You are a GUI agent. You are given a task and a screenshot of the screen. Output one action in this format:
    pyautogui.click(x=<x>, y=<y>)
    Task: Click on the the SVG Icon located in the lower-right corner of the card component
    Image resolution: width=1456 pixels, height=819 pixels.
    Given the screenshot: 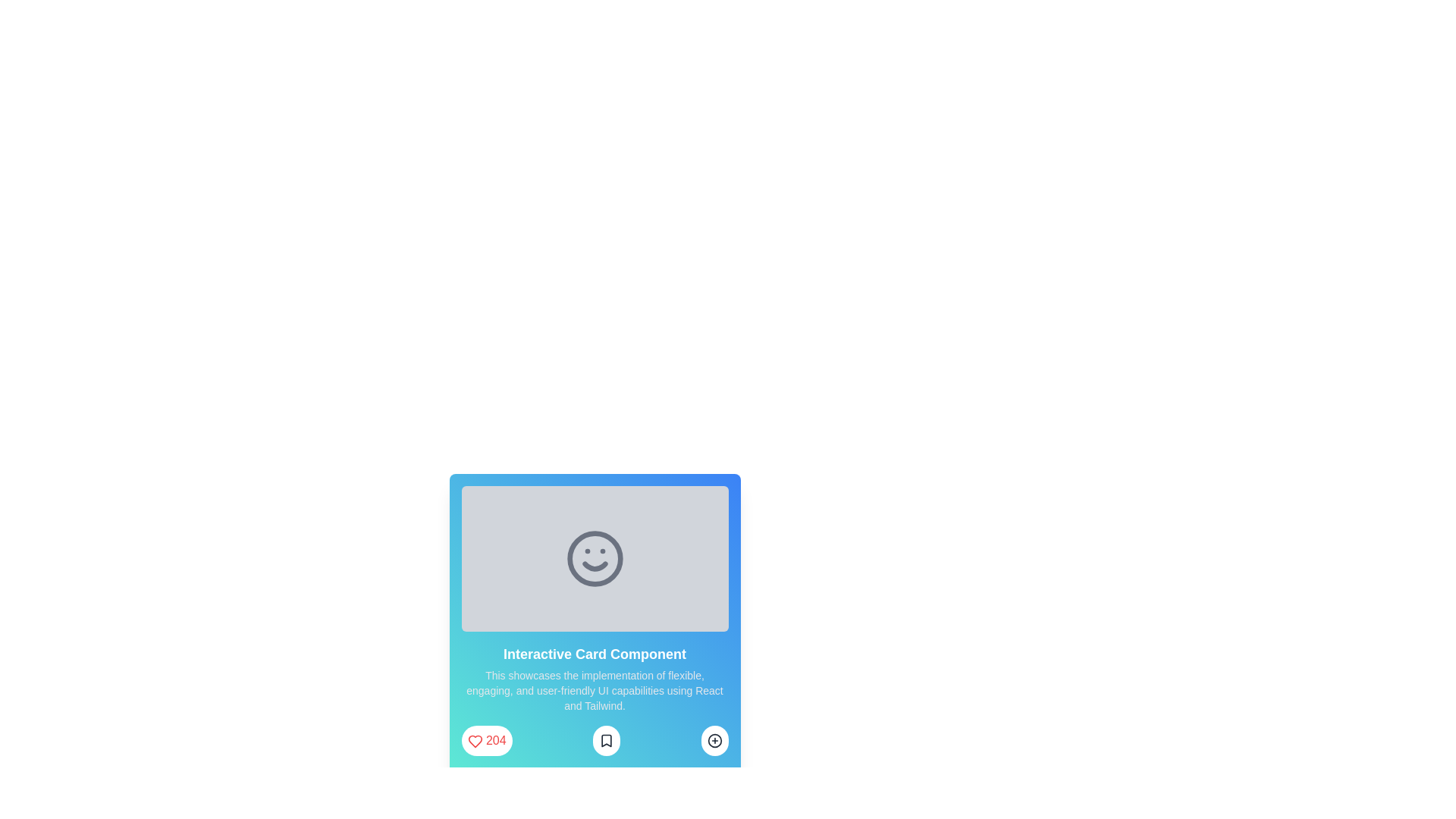 What is the action you would take?
    pyautogui.click(x=714, y=739)
    